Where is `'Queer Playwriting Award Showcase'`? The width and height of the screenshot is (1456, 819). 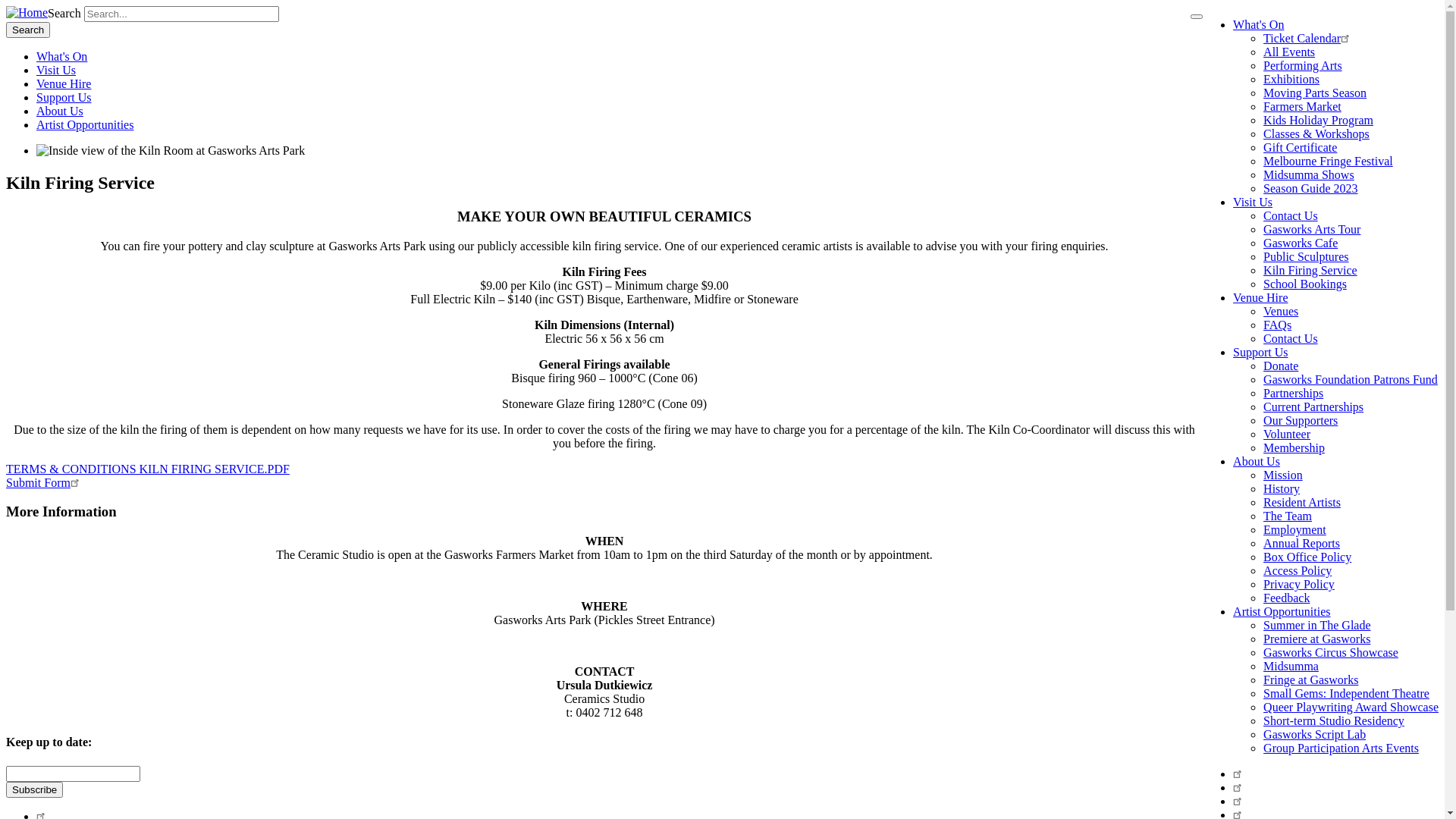
'Queer Playwriting Award Showcase' is located at coordinates (1351, 707).